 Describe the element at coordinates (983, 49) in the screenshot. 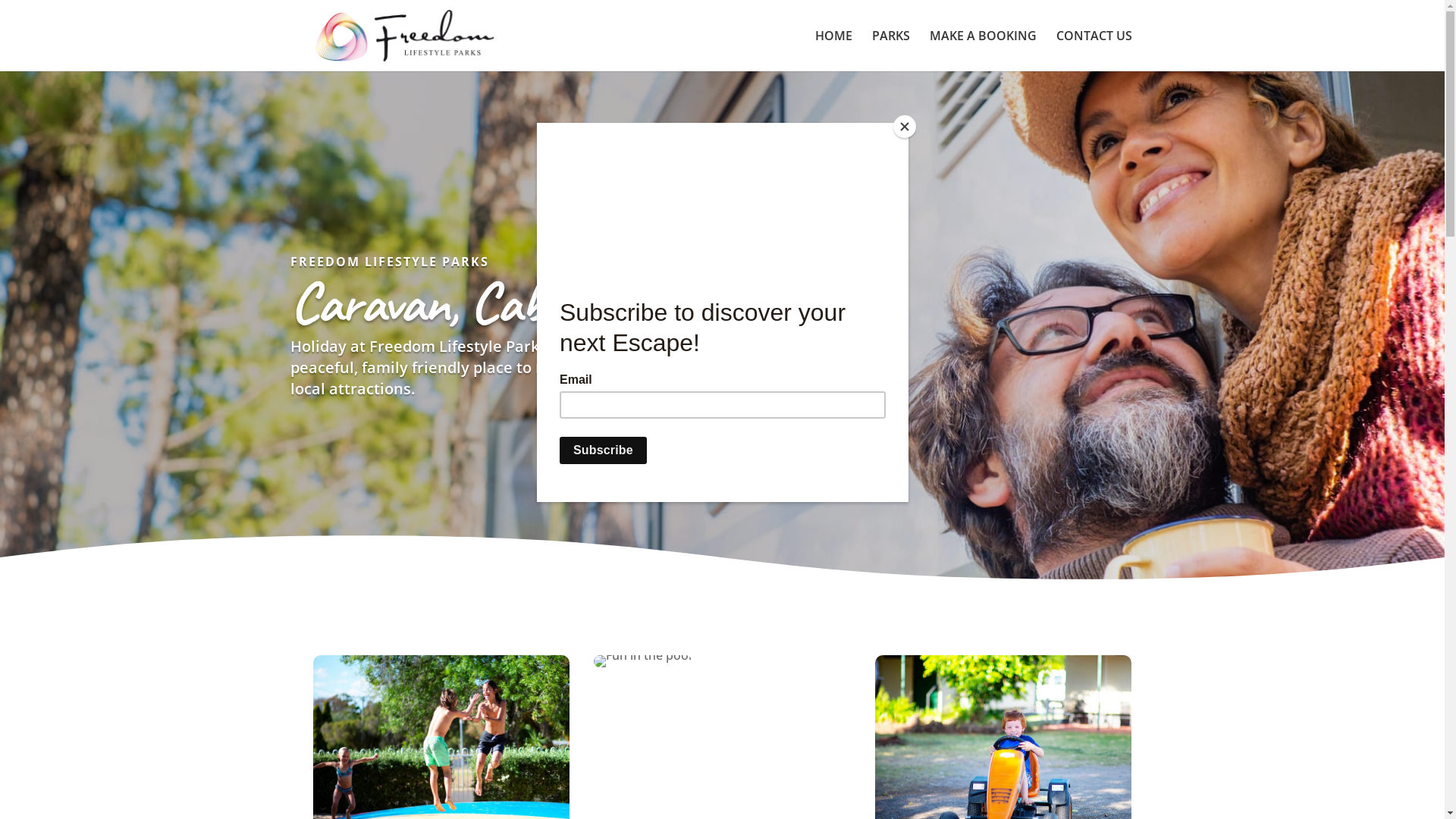

I see `'MAKE A BOOKING'` at that location.